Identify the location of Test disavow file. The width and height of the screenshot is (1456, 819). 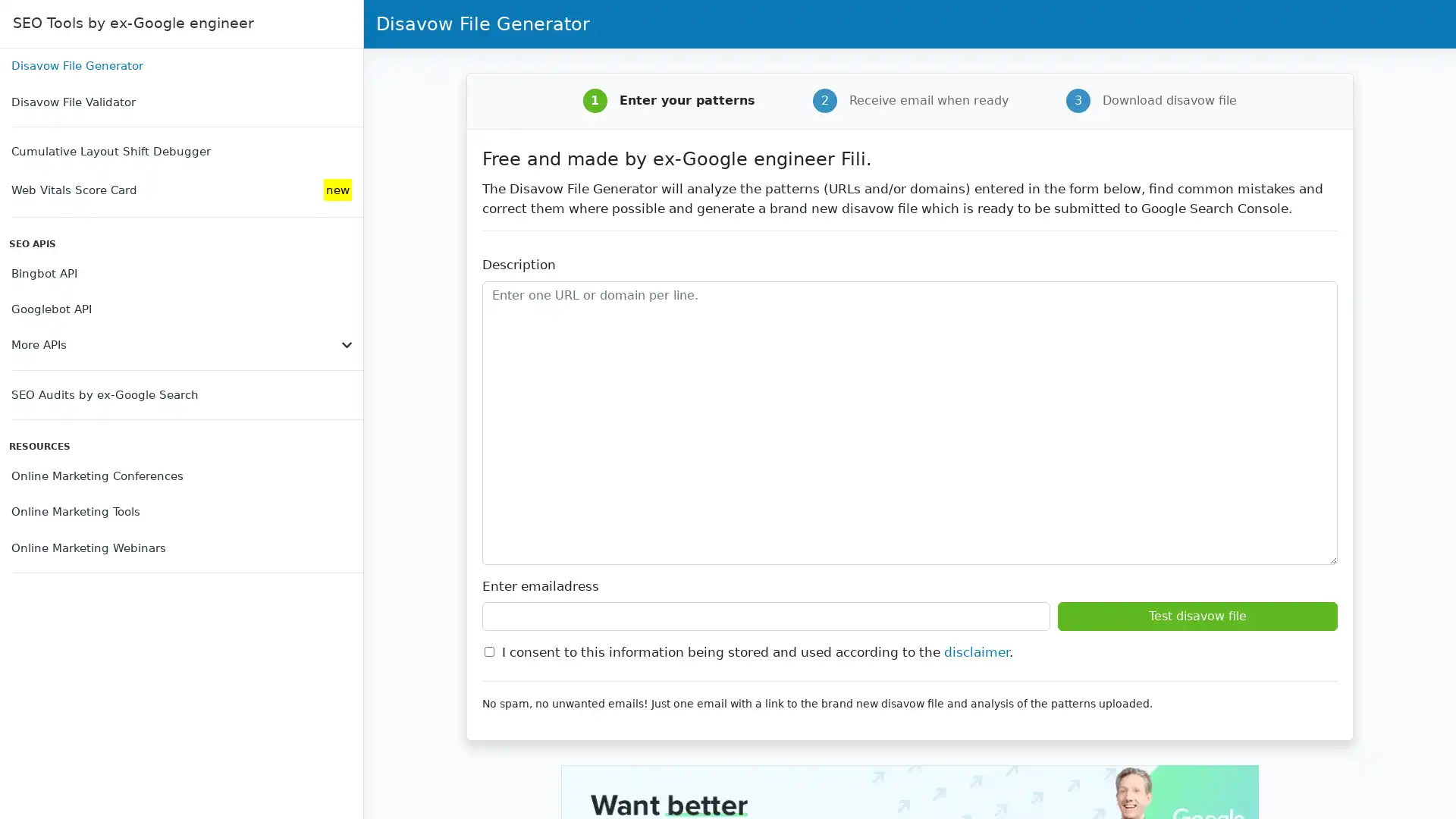
(1197, 617).